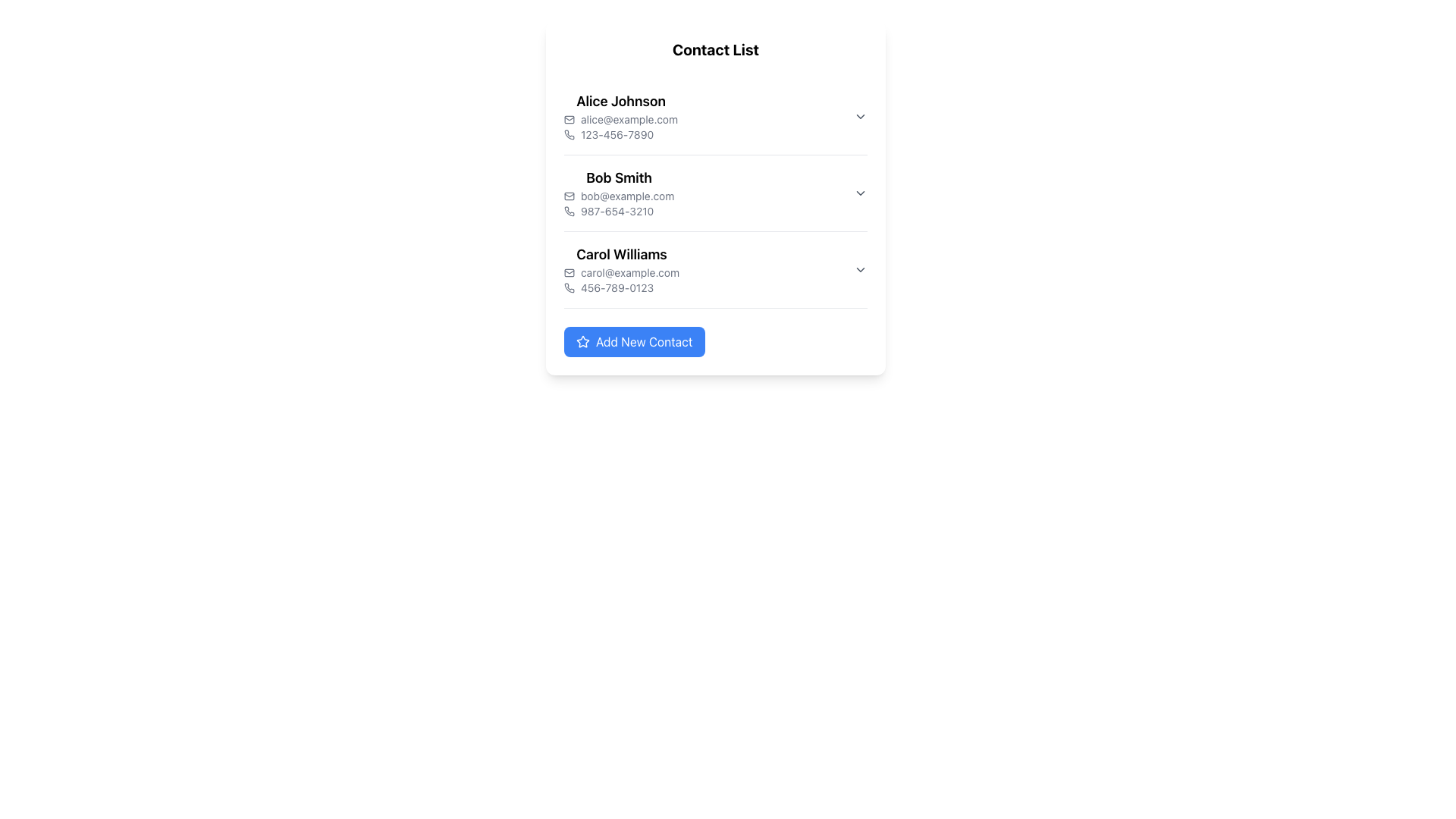  I want to click on the text display element showing 'Alice Johnson' in bold at the top of the contact information block, so click(621, 102).